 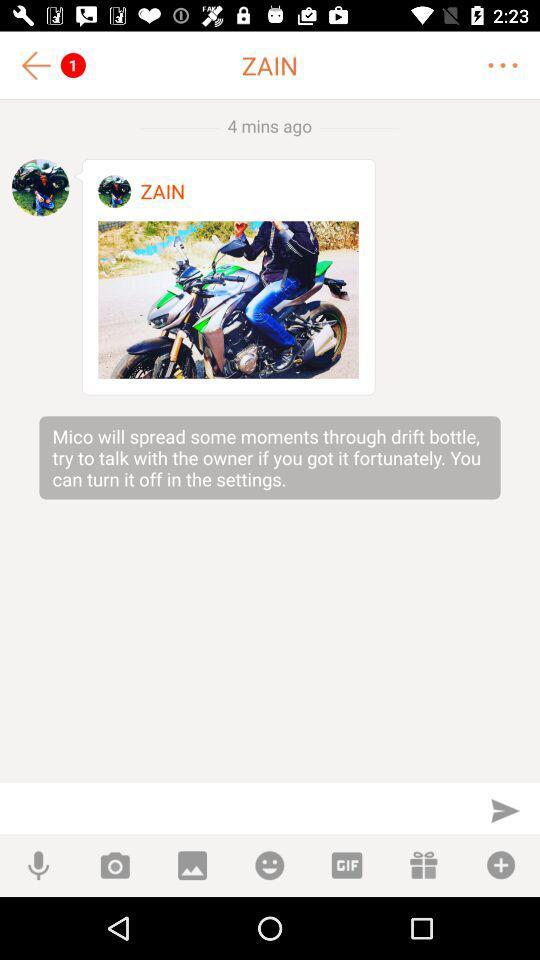 What do you see at coordinates (40, 187) in the screenshot?
I see `profile` at bounding box center [40, 187].